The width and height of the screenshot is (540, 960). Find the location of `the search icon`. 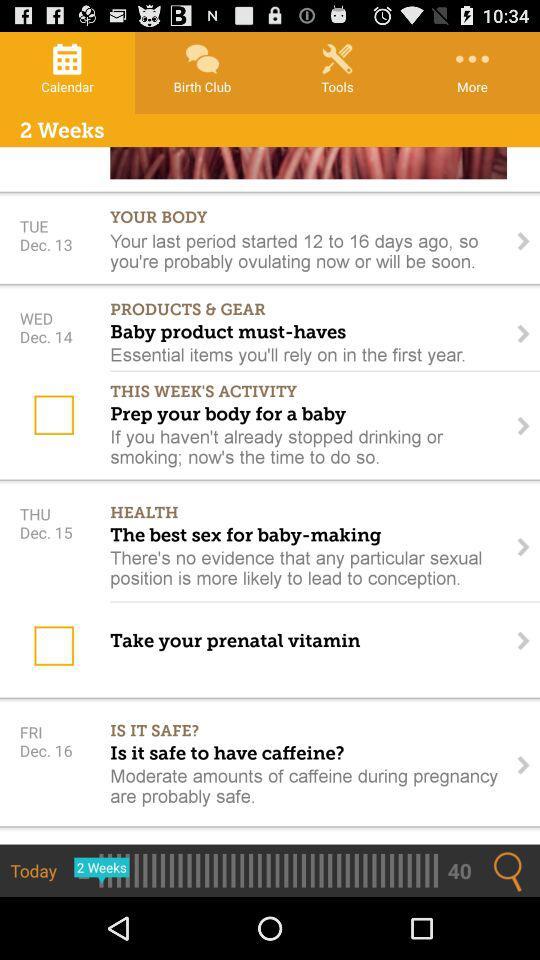

the search icon is located at coordinates (508, 931).